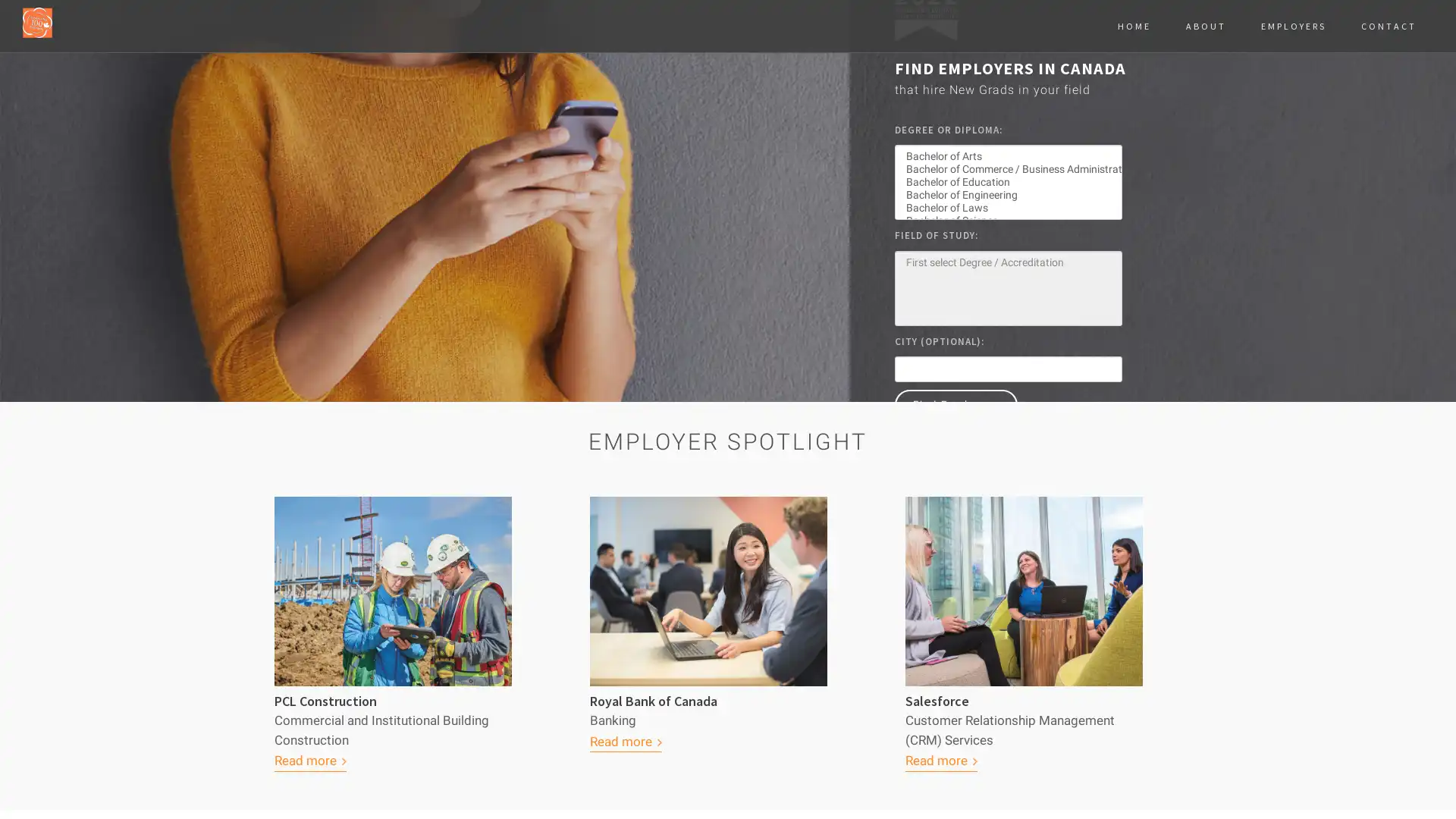 The height and width of the screenshot is (819, 1456). What do you see at coordinates (955, 640) in the screenshot?
I see `Find Employers` at bounding box center [955, 640].